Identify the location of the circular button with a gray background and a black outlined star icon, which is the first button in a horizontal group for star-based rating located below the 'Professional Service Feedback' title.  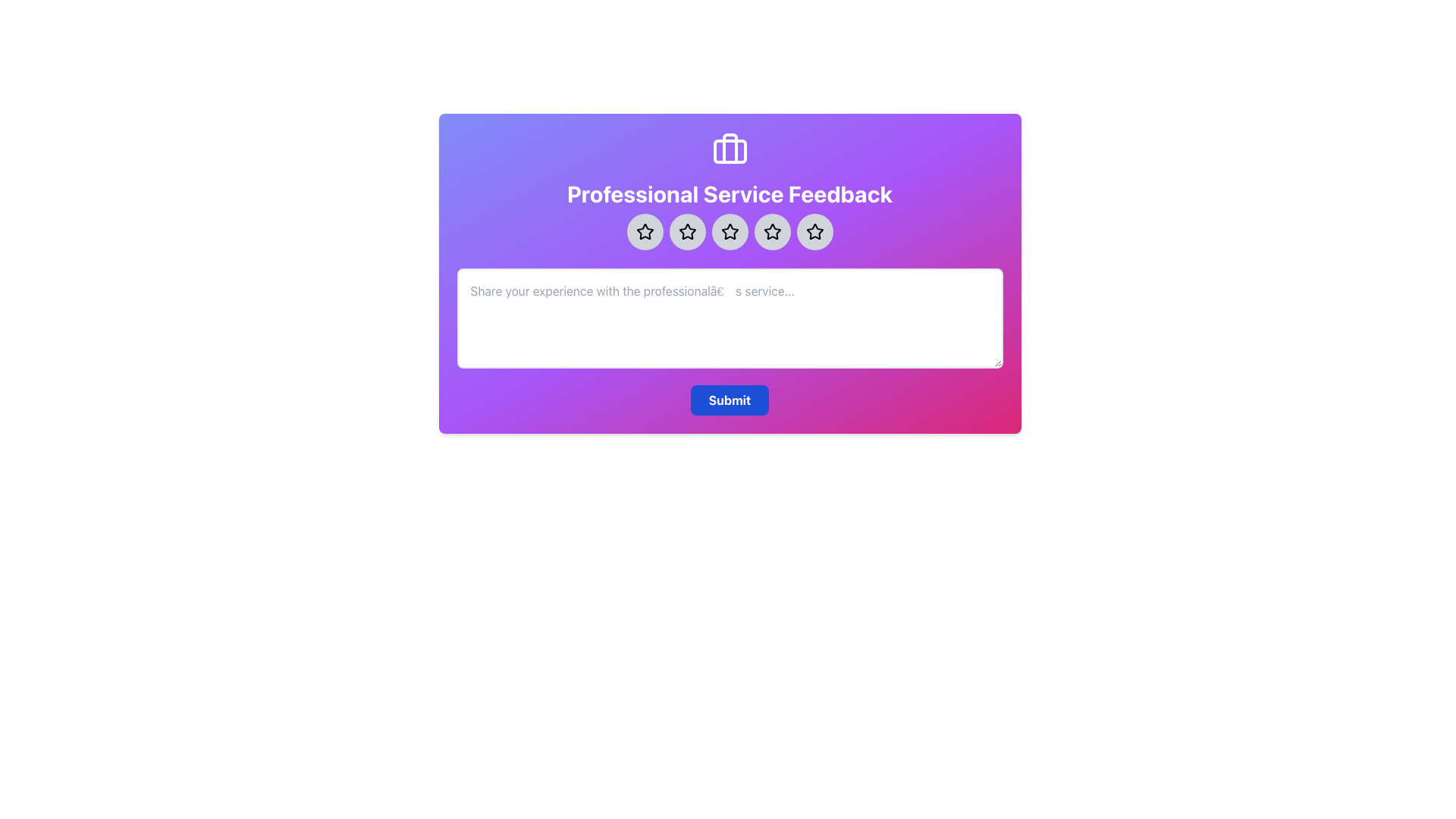
(645, 231).